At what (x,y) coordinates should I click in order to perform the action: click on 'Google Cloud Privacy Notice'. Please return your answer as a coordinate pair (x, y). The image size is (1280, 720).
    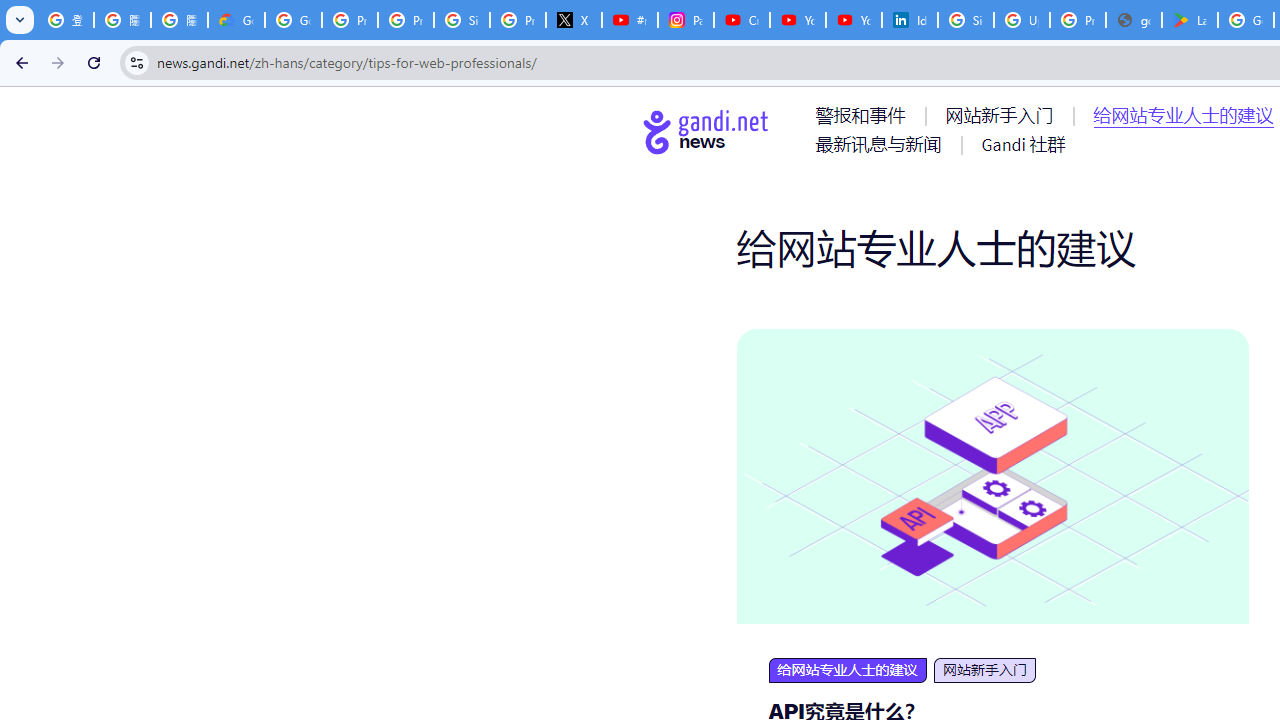
    Looking at the image, I should click on (236, 20).